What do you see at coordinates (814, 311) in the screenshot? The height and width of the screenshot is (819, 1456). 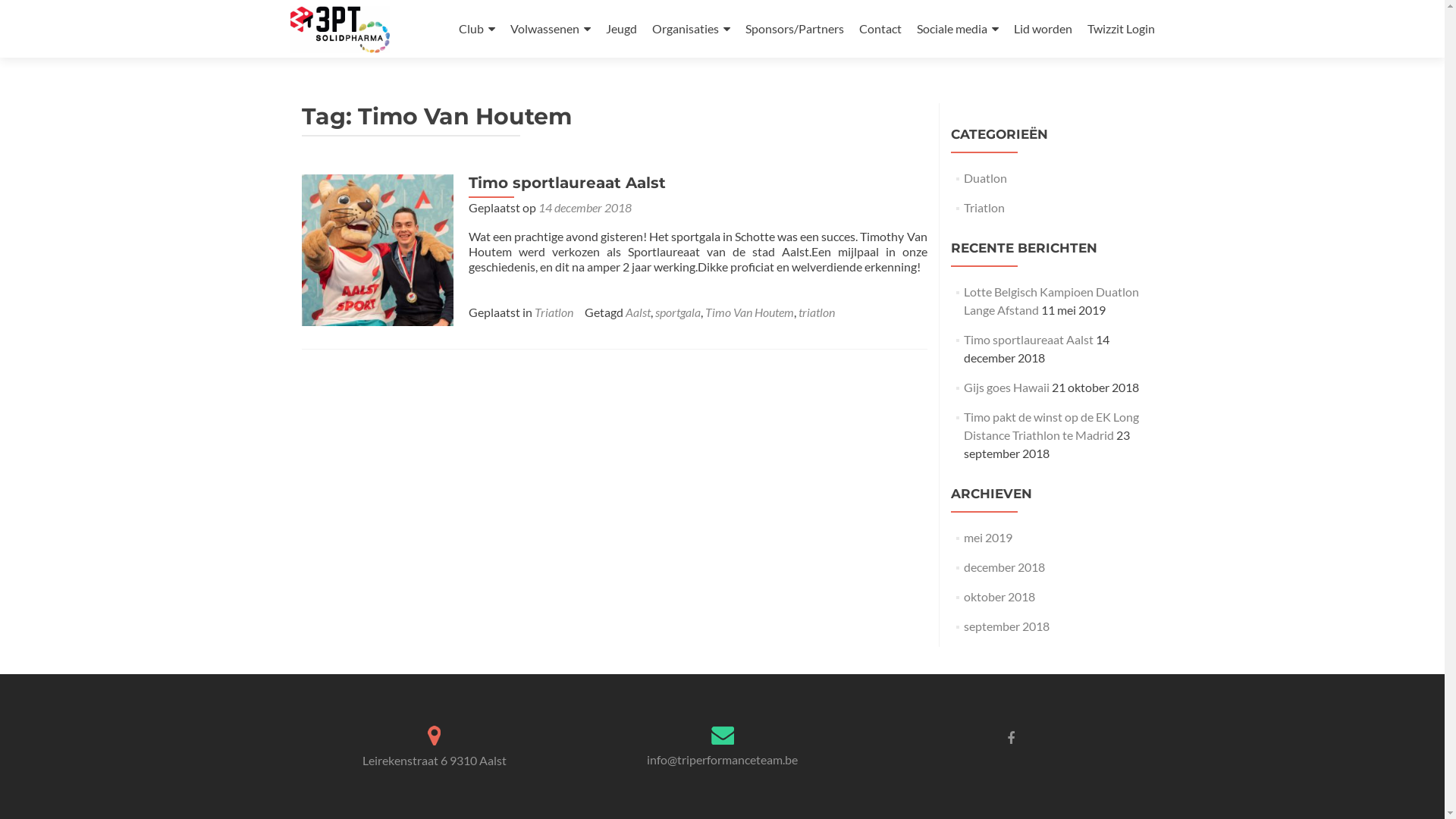 I see `'triatlon'` at bounding box center [814, 311].